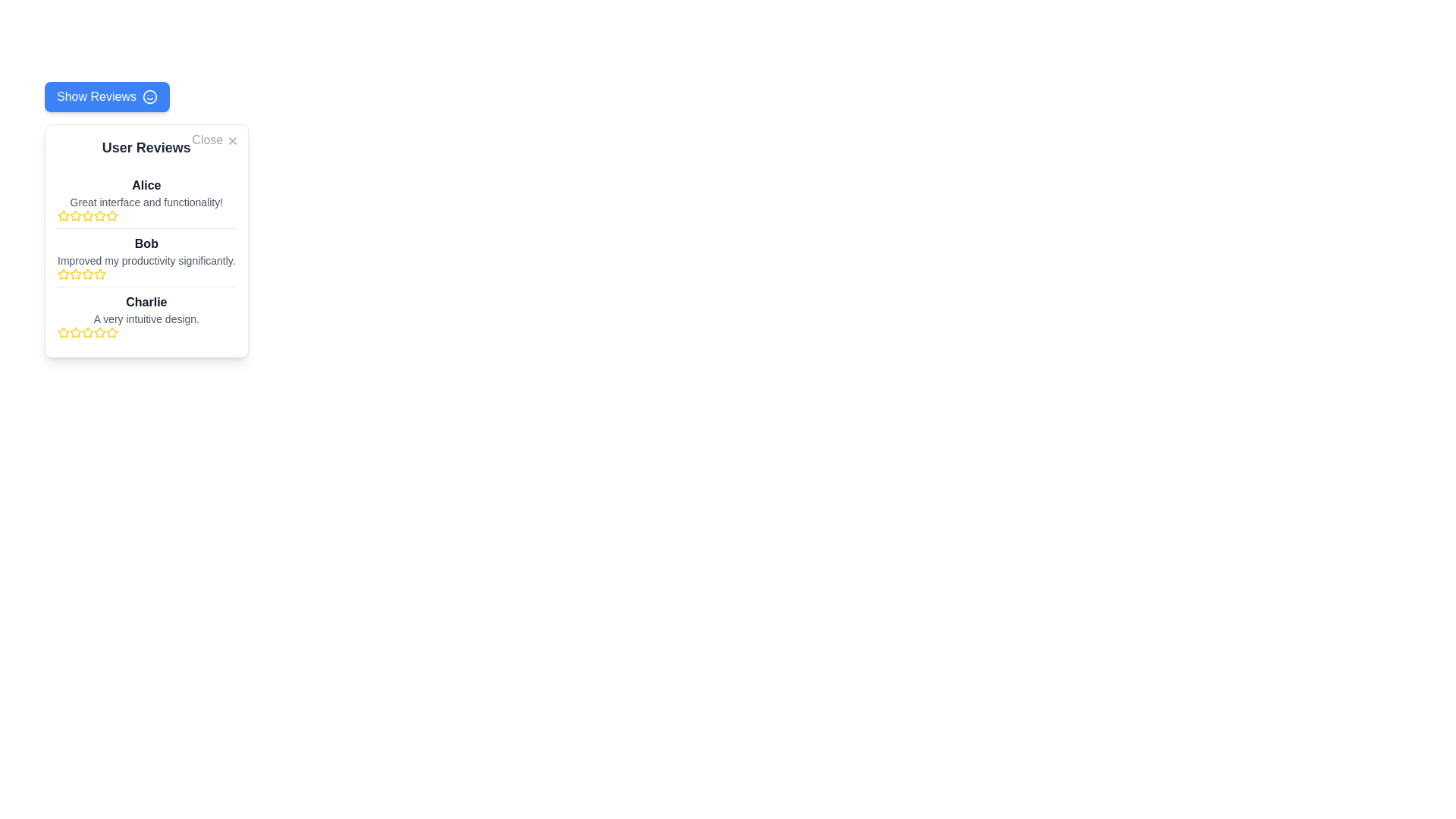 The height and width of the screenshot is (819, 1456). Describe the element at coordinates (99, 274) in the screenshot. I see `the second star in the five-star rating system for the review by 'Bob'` at that location.